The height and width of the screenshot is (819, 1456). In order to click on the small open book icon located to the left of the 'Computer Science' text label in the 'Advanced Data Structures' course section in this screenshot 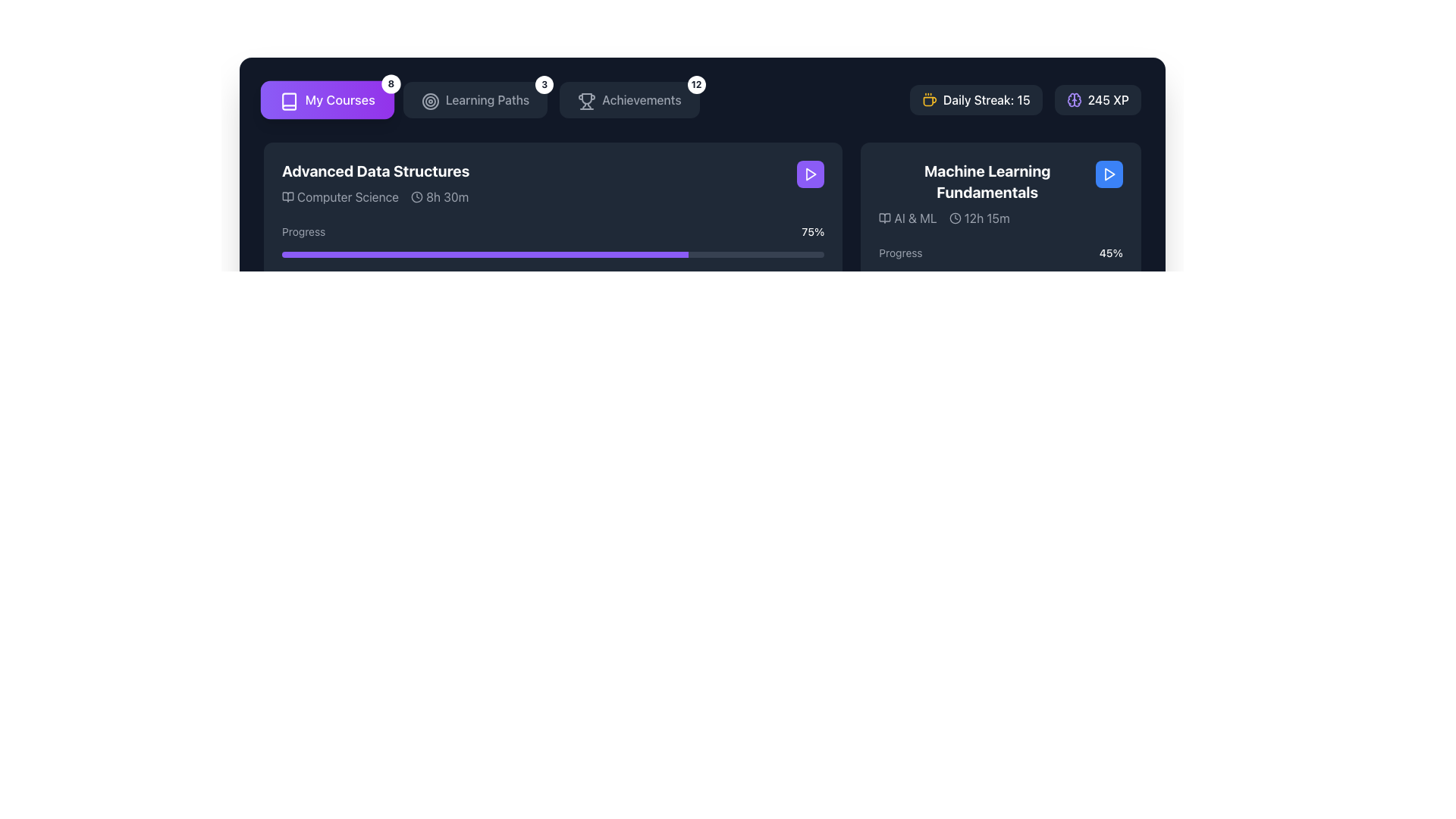, I will do `click(287, 196)`.